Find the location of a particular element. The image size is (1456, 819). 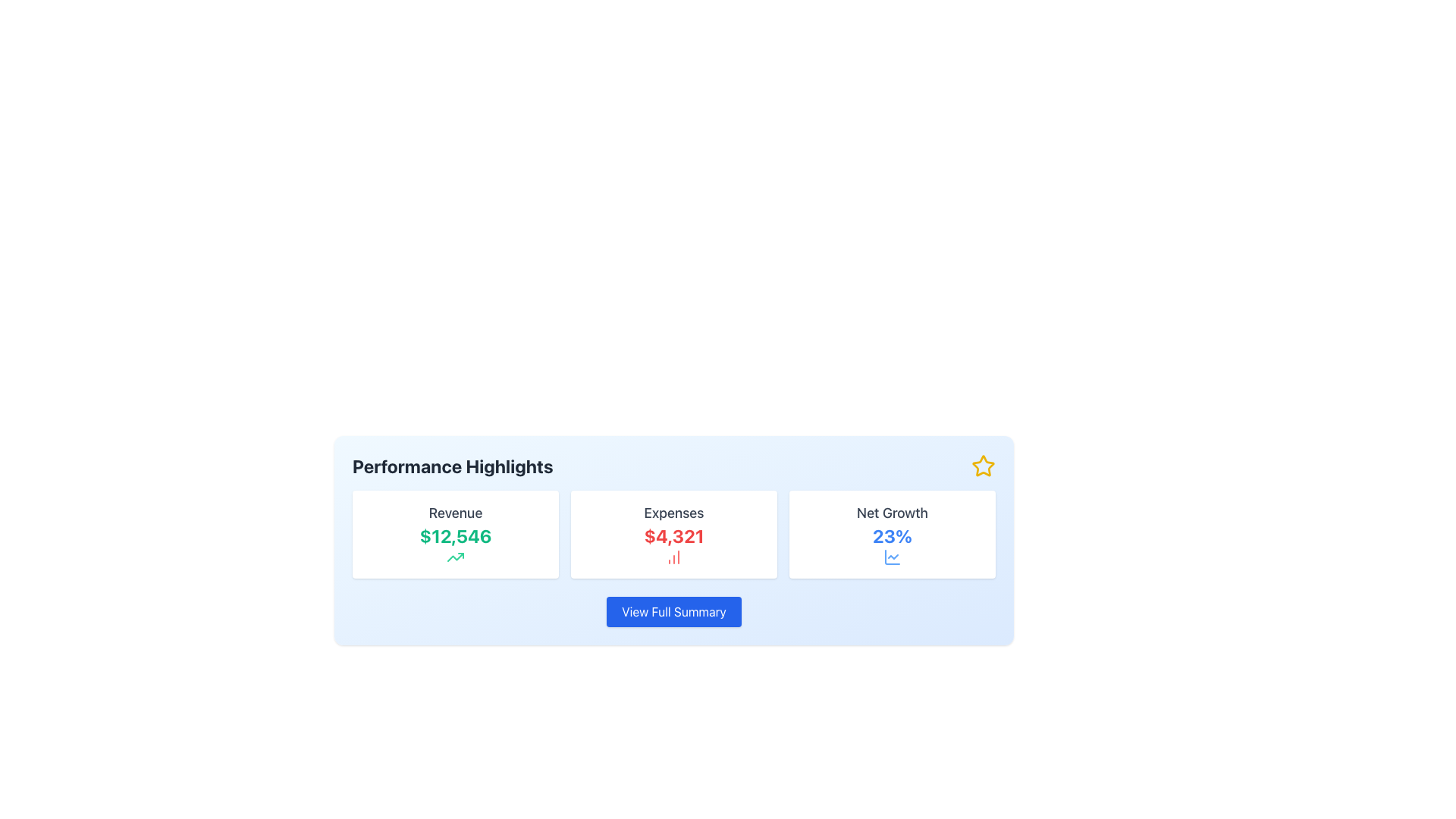

the 'Expenses' icon located beneath the text '$4,321' in the Expenses section of the interface is located at coordinates (673, 557).